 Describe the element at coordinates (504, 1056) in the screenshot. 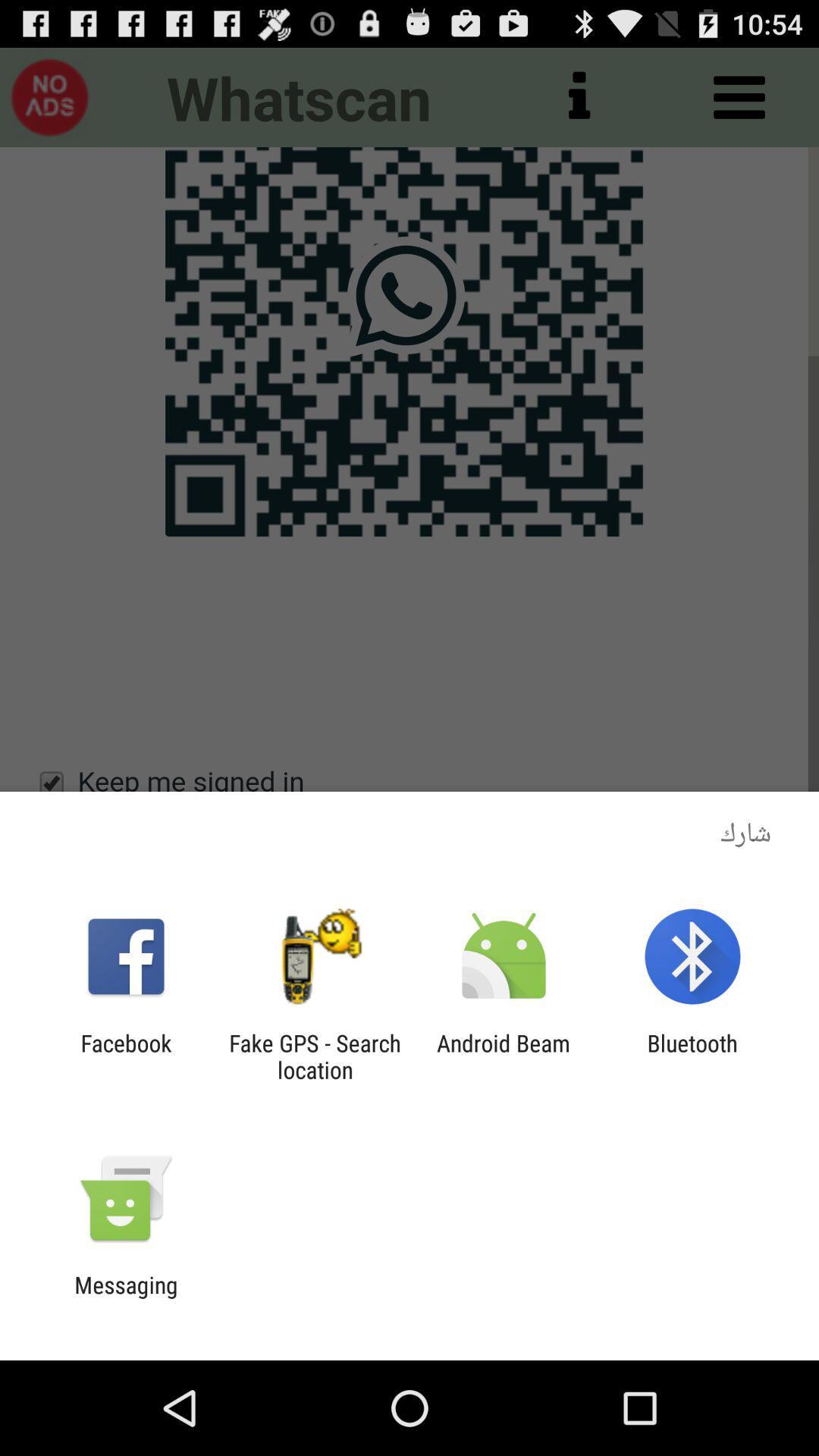

I see `android beam item` at that location.